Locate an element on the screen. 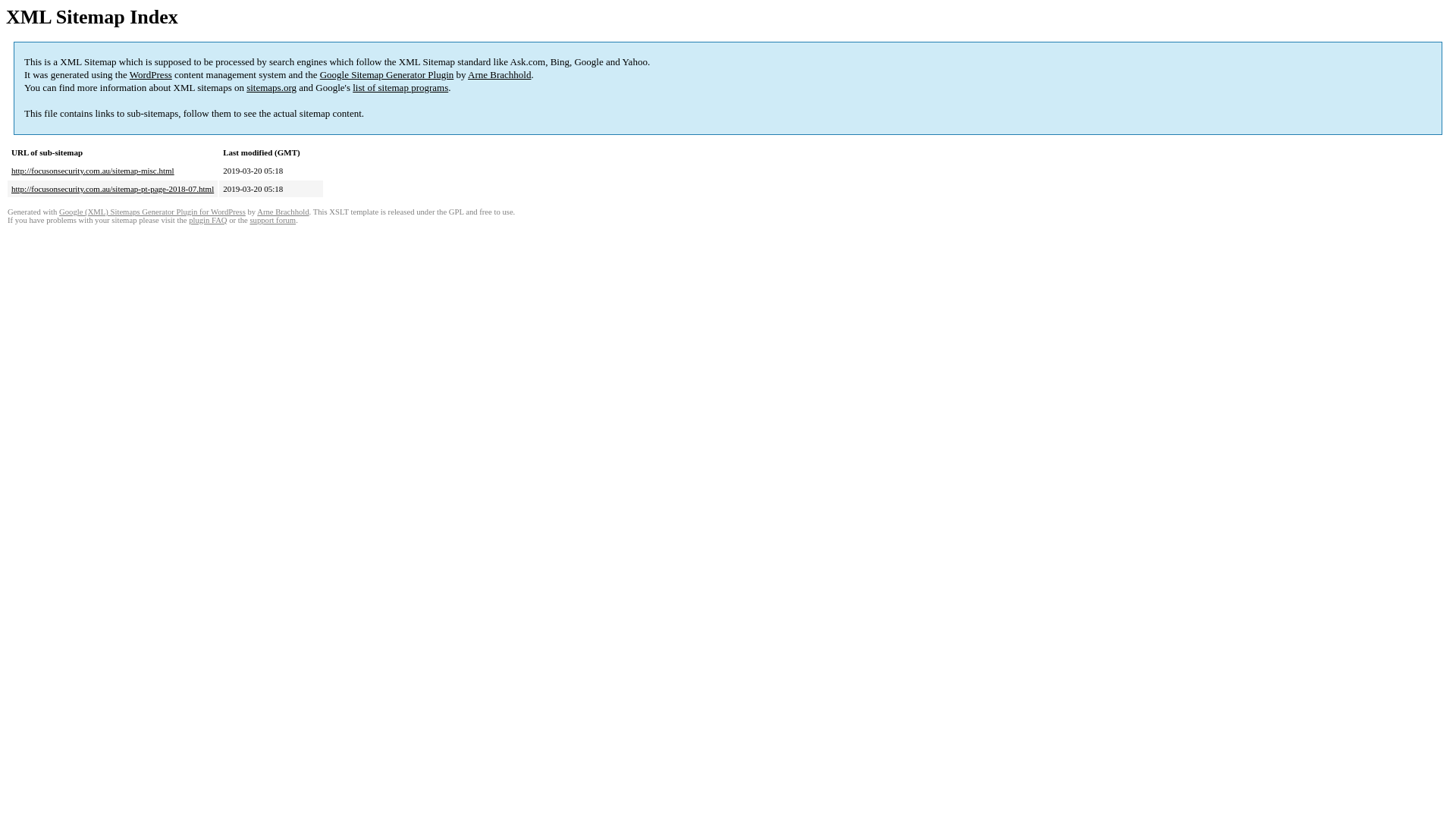 The width and height of the screenshot is (1456, 819). 'http://focusonsecurity.com.au/sitemap-misc.html' is located at coordinates (11, 170).